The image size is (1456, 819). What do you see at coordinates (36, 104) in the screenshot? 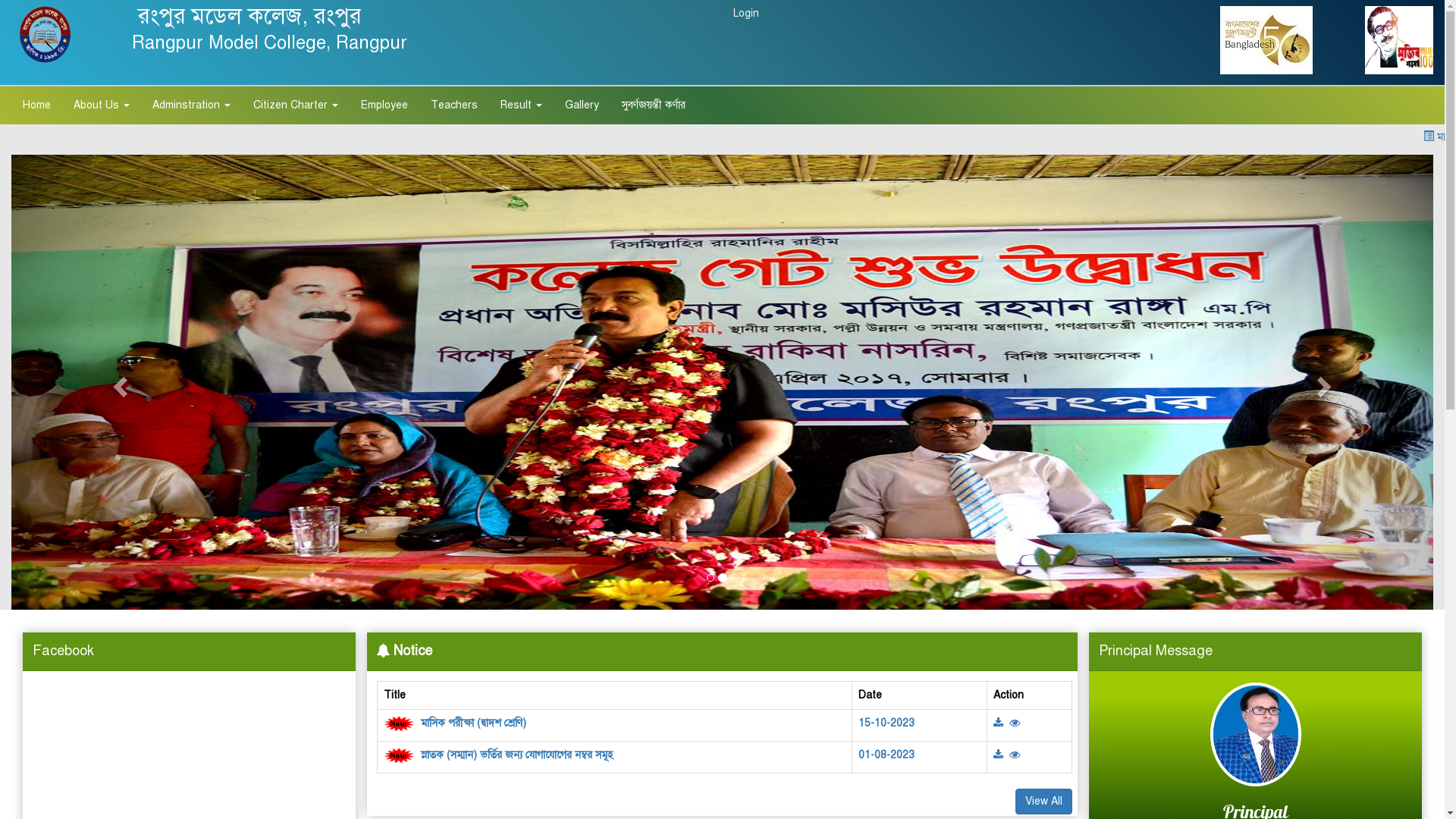
I see `'Home'` at bounding box center [36, 104].